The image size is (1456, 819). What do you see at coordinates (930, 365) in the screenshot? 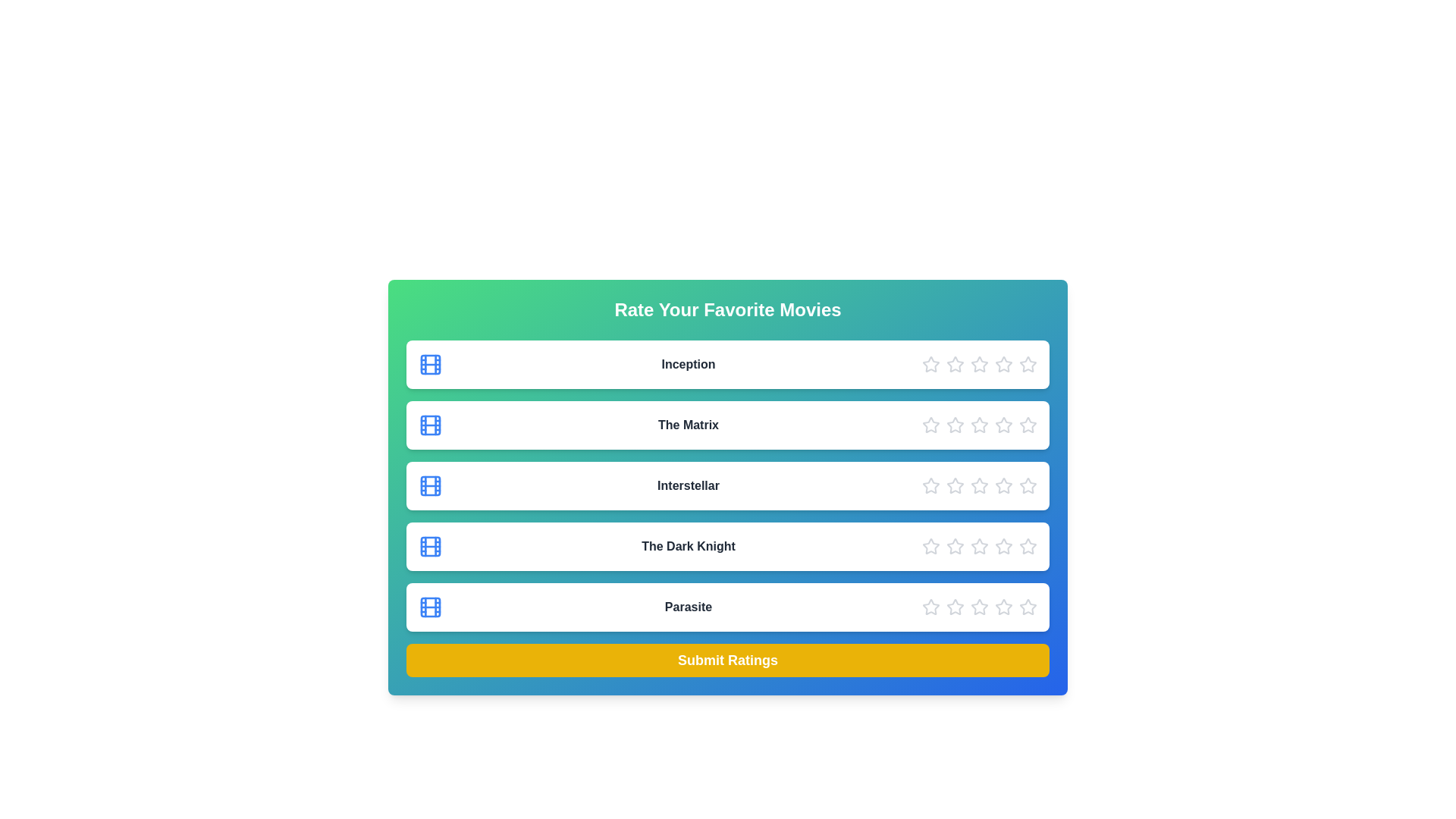
I see `the star corresponding to 1 to preview the rating` at bounding box center [930, 365].